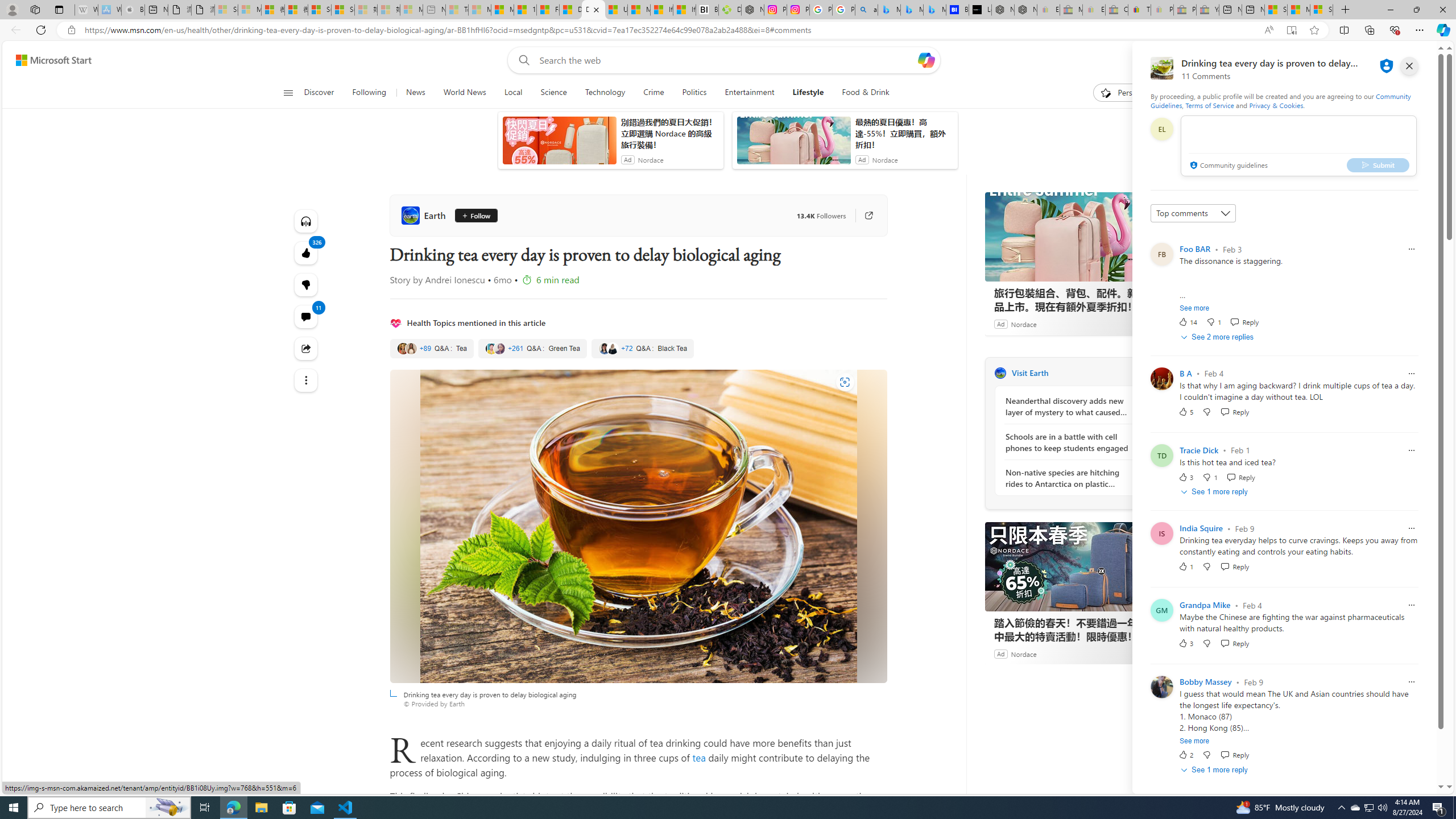  What do you see at coordinates (552, 92) in the screenshot?
I see `'Science'` at bounding box center [552, 92].